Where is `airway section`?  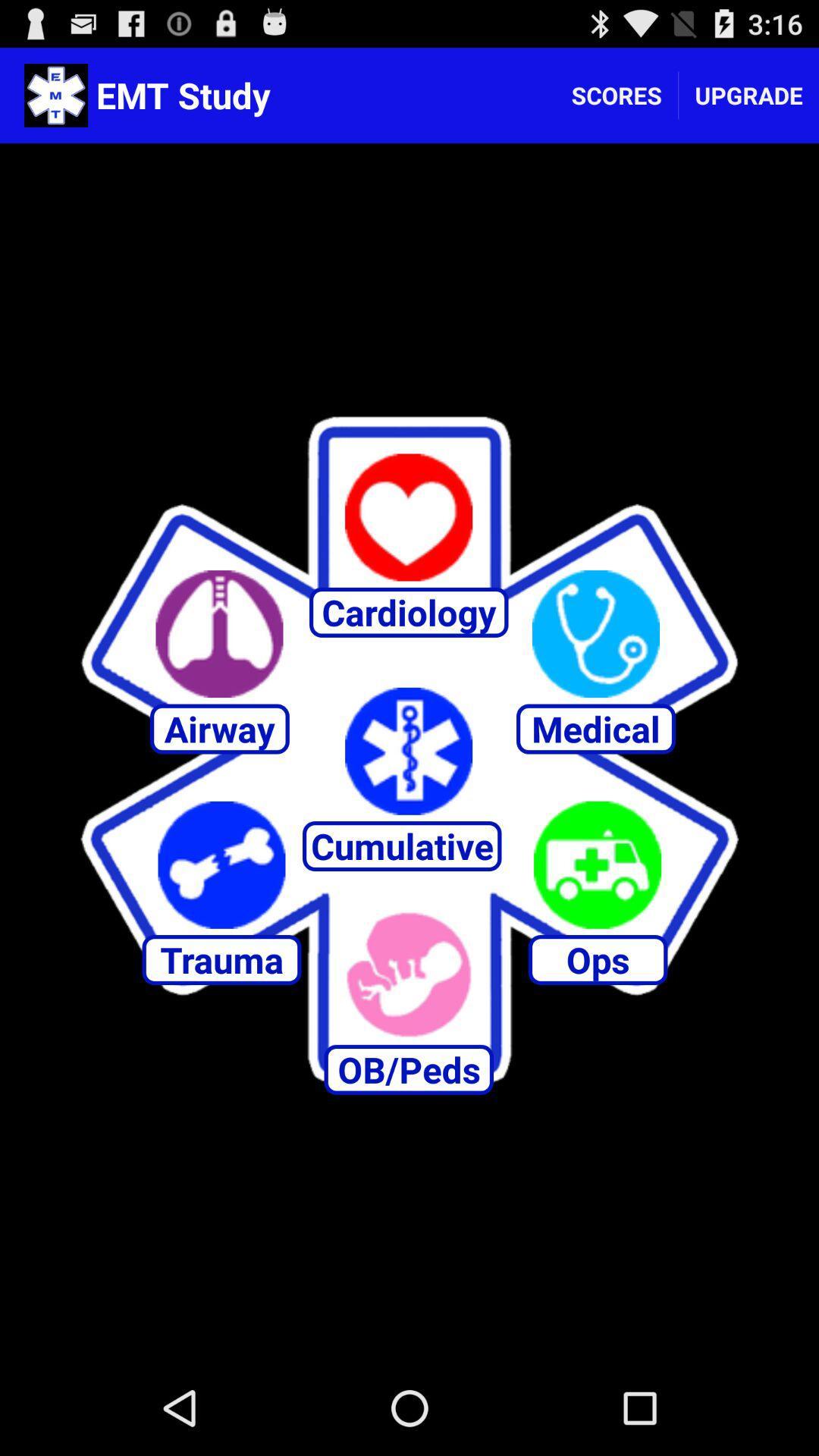 airway section is located at coordinates (219, 634).